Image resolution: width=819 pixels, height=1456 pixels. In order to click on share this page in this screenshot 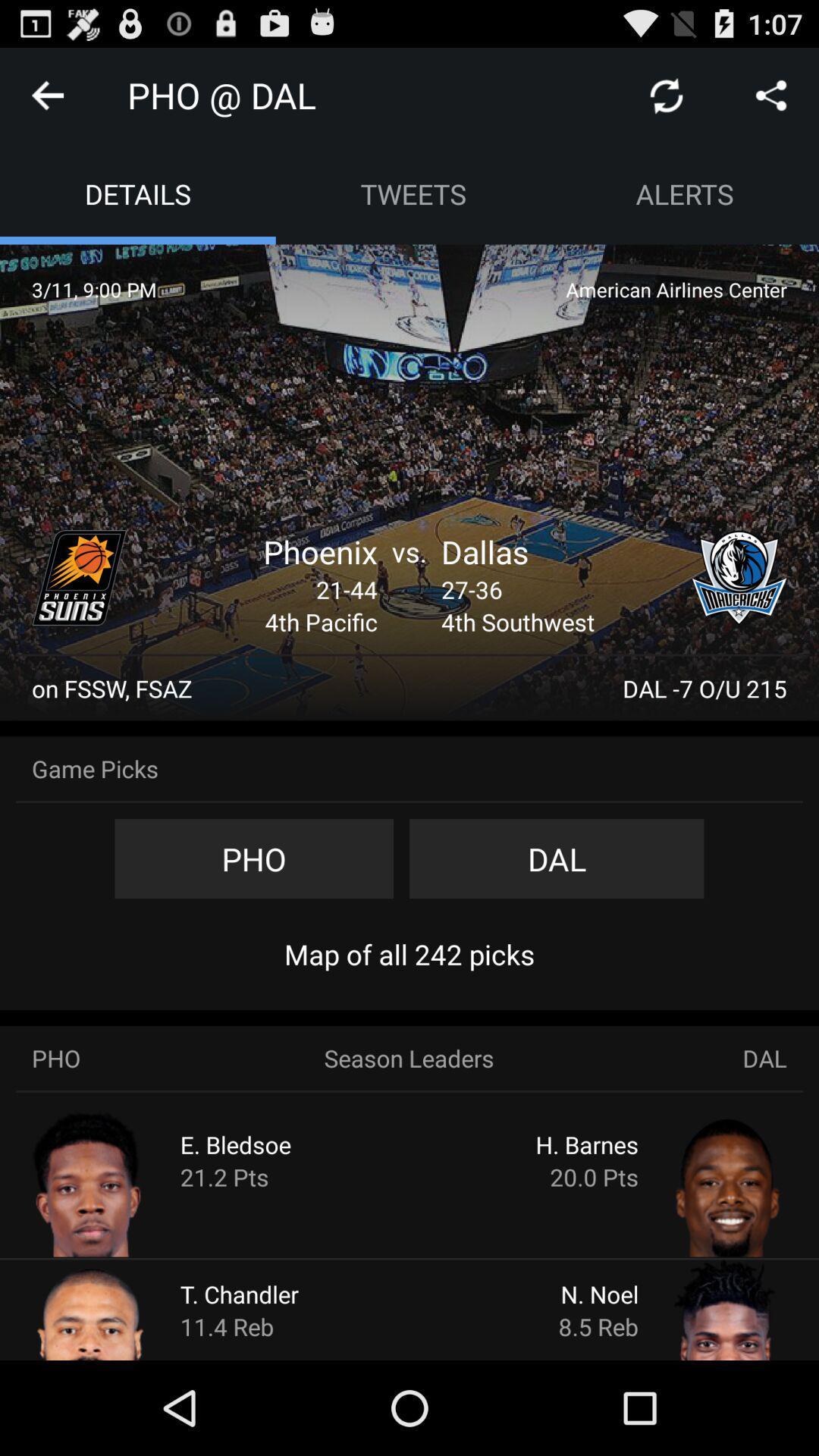, I will do `click(771, 94)`.